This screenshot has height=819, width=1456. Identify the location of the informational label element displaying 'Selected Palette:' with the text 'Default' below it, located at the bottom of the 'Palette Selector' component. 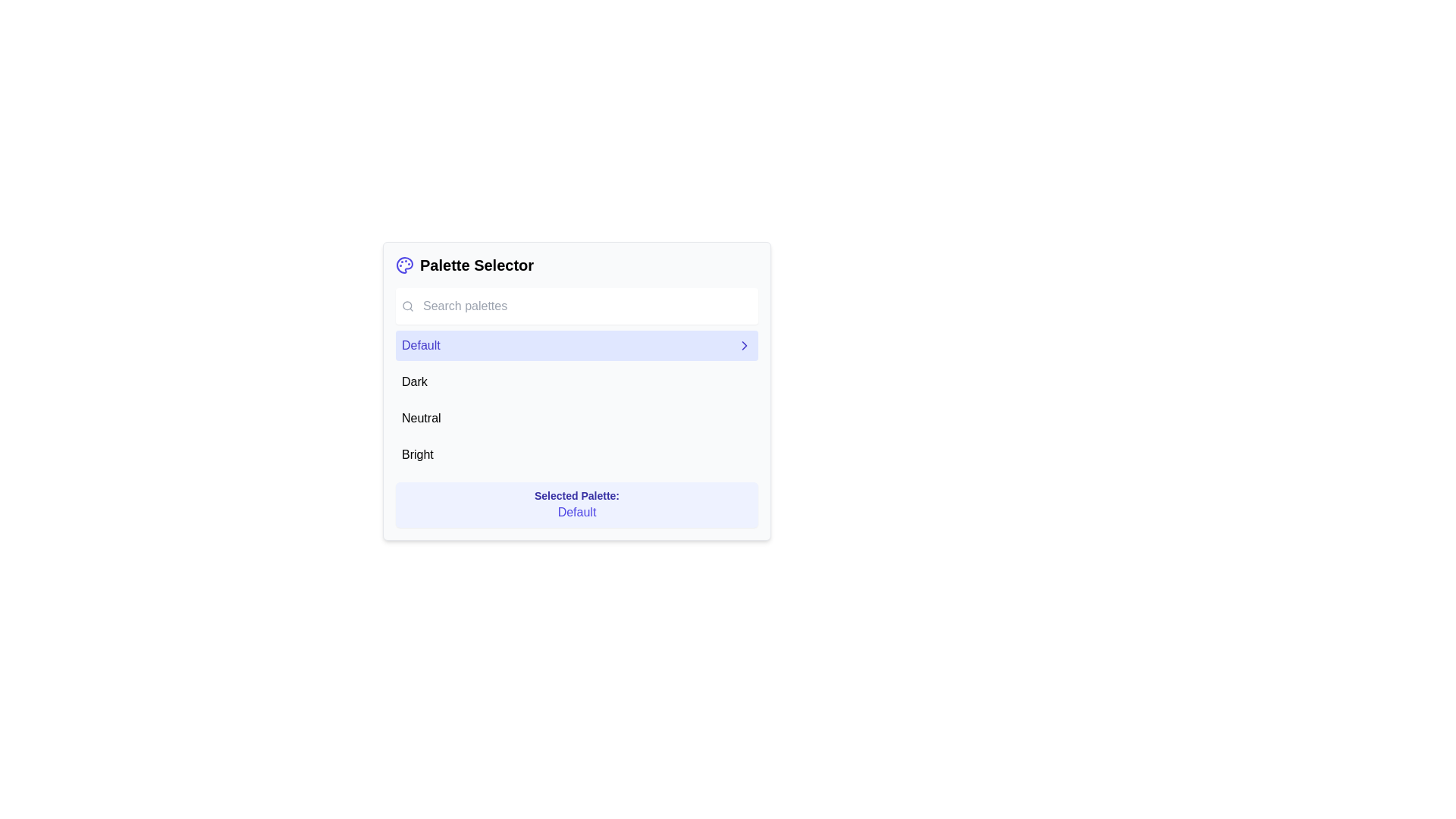
(576, 505).